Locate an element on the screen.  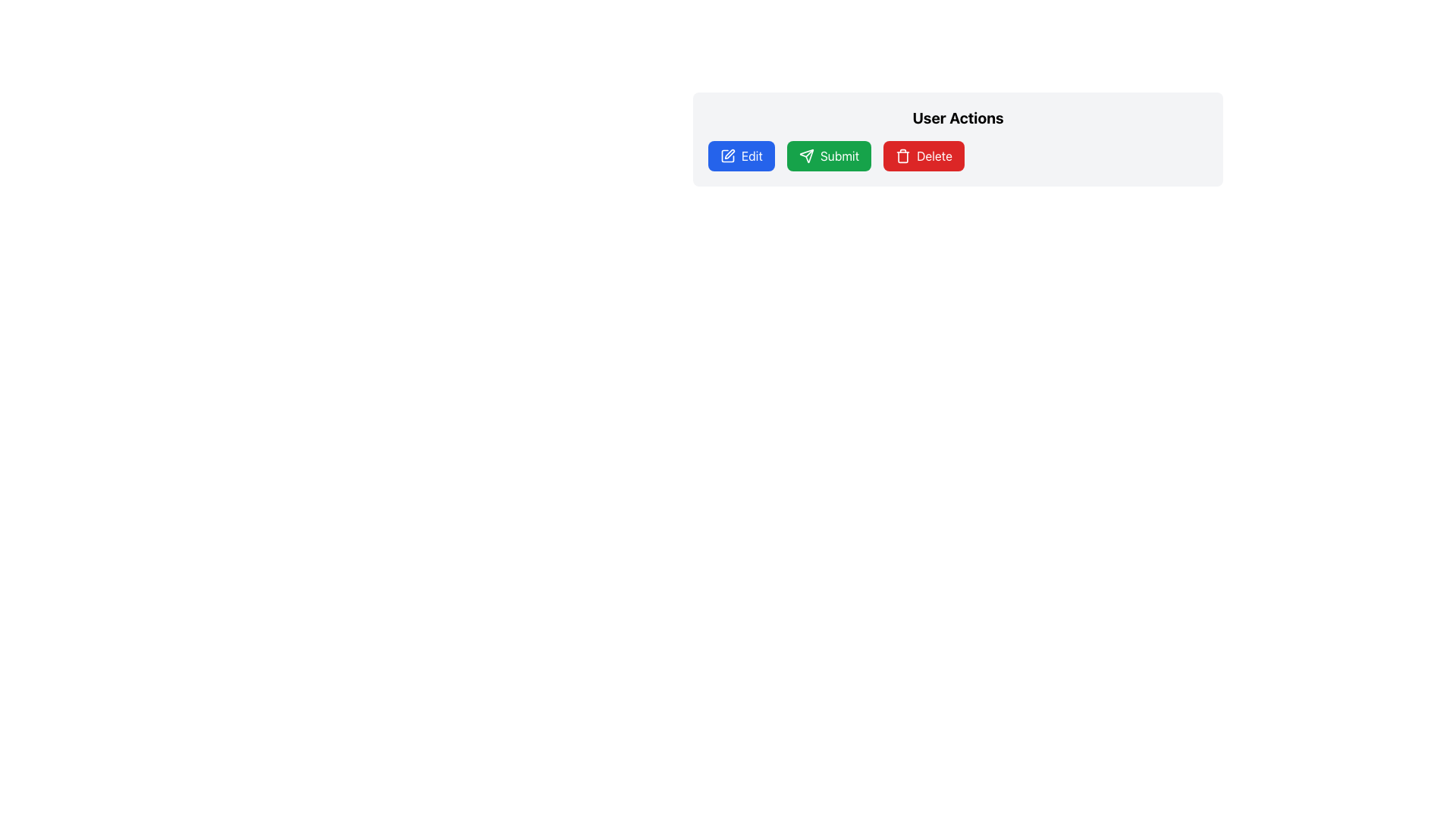
the graphic icon within the 'Edit' button, which serves as a visual indicator for editing functionality is located at coordinates (728, 155).